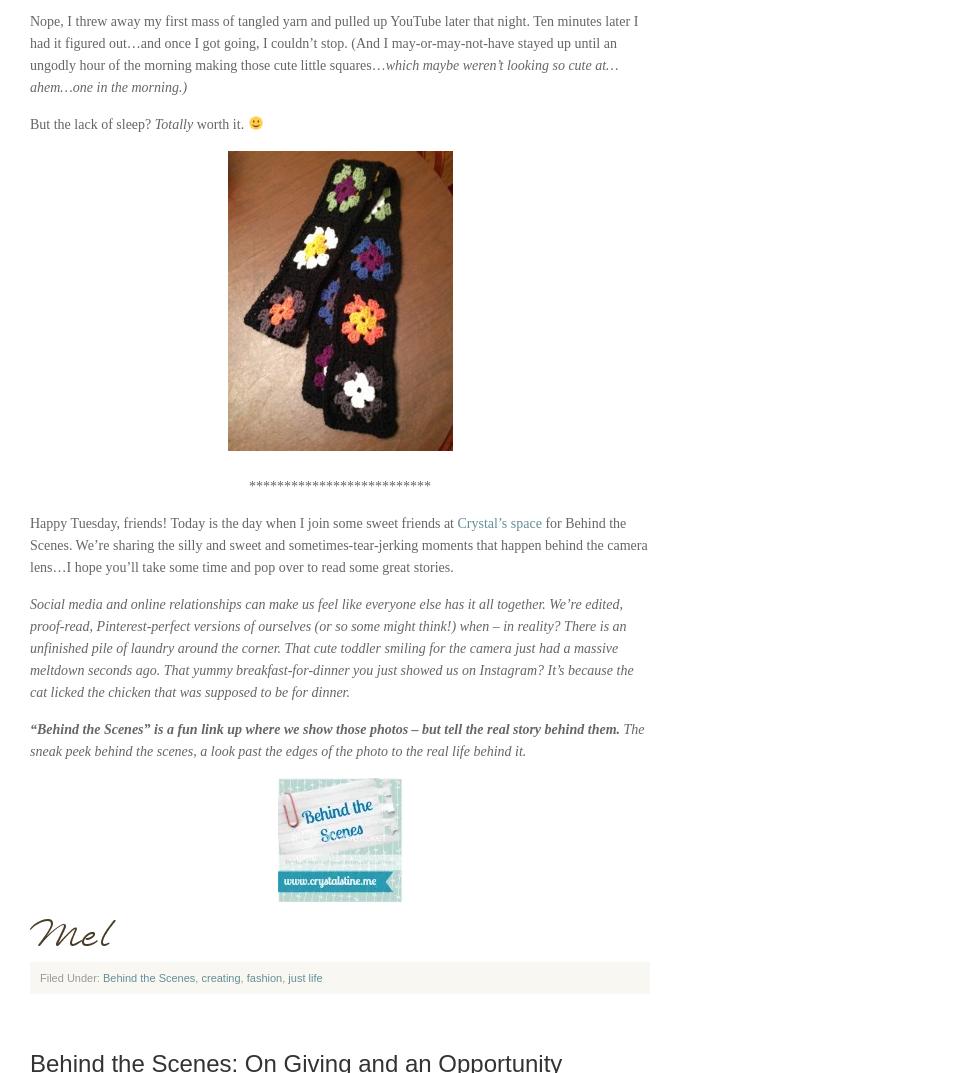  What do you see at coordinates (323, 76) in the screenshot?
I see `'which maybe weren’t looking so cute at…ahem…one in the morning.)'` at bounding box center [323, 76].